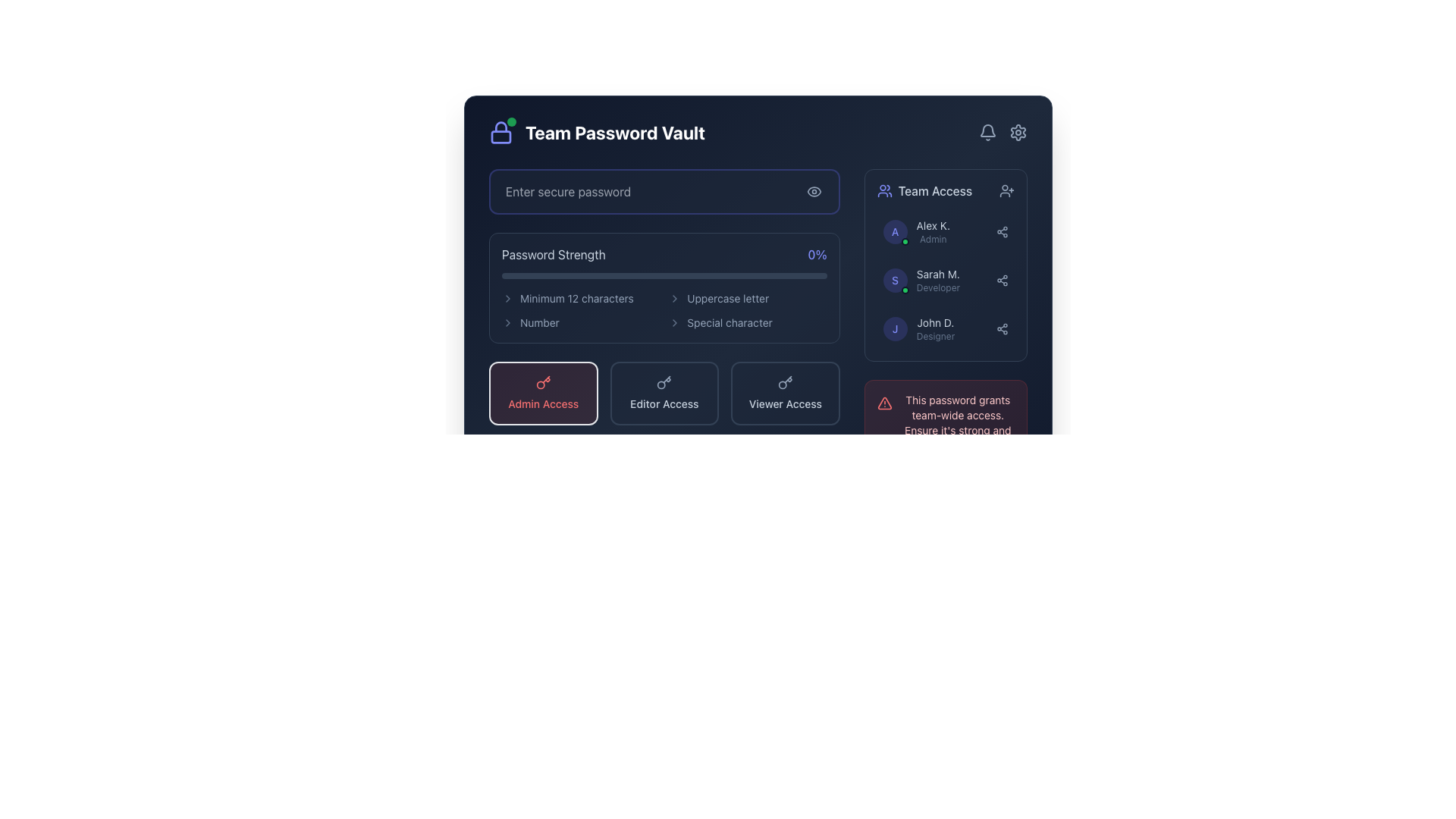 Image resolution: width=1456 pixels, height=819 pixels. Describe the element at coordinates (937, 275) in the screenshot. I see `the Text Label that identifies a user's name, located in the 'Team Access' panel, specifically positioned under 'Alex K.' and above 'Developer'` at that location.